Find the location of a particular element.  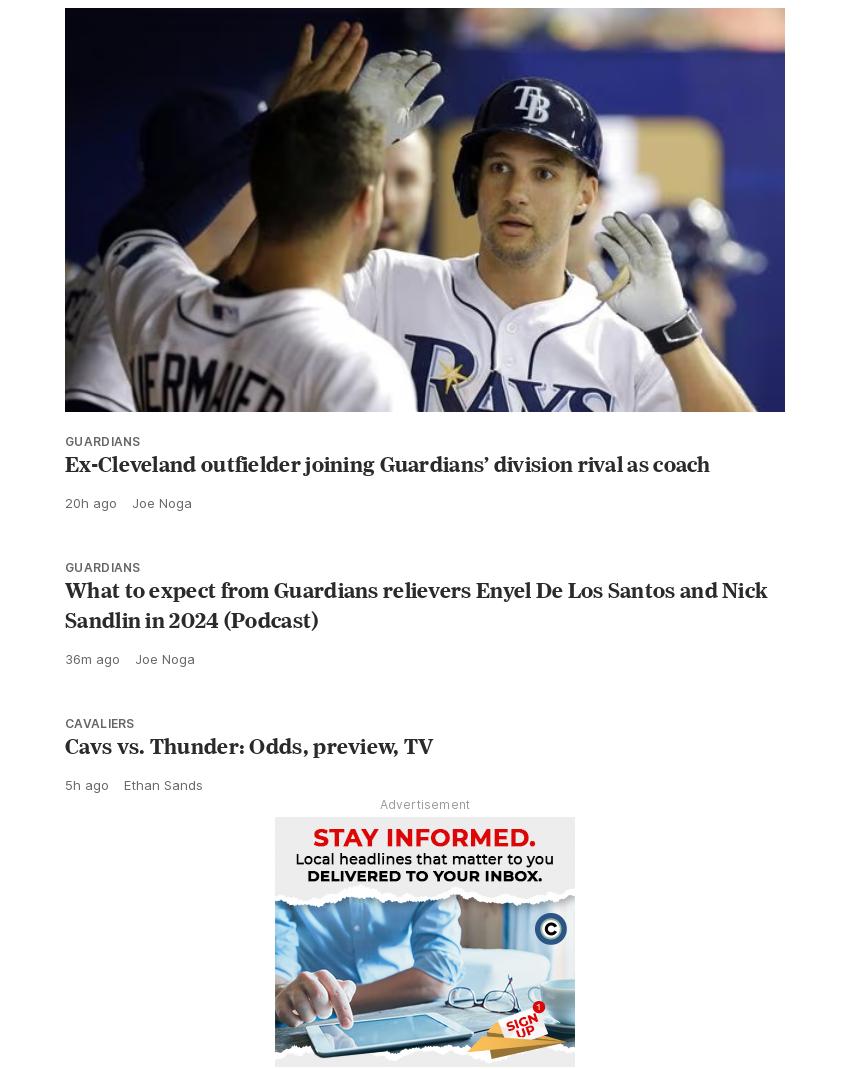

'20h ago' is located at coordinates (90, 547).